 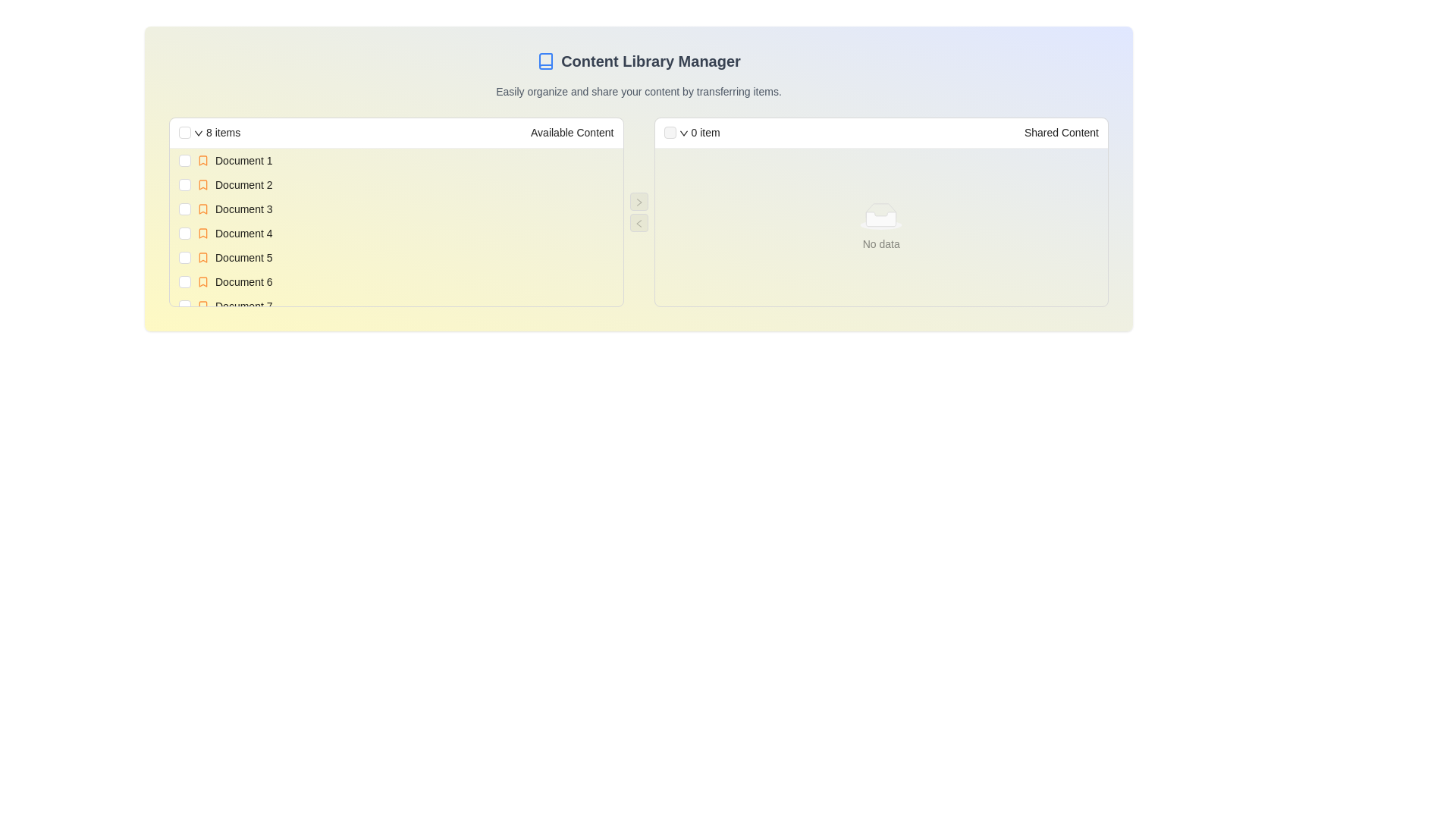 I want to click on the checkbox associated with 'Document 7', so click(x=184, y=306).